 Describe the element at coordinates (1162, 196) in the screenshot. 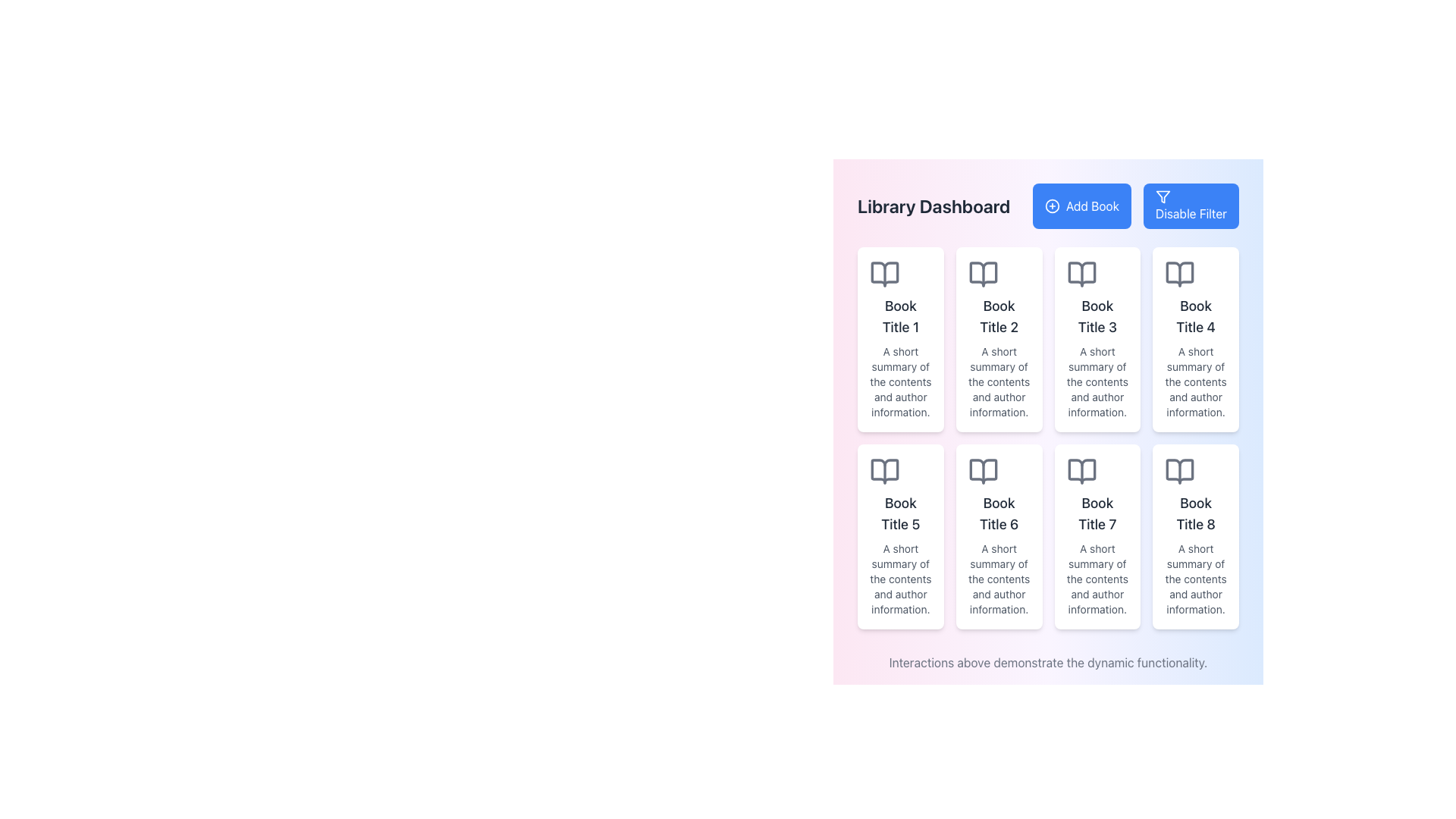

I see `the 'Disable Filter' button, which contains a filter icon on the left and is located at the top-right section of the interface` at that location.